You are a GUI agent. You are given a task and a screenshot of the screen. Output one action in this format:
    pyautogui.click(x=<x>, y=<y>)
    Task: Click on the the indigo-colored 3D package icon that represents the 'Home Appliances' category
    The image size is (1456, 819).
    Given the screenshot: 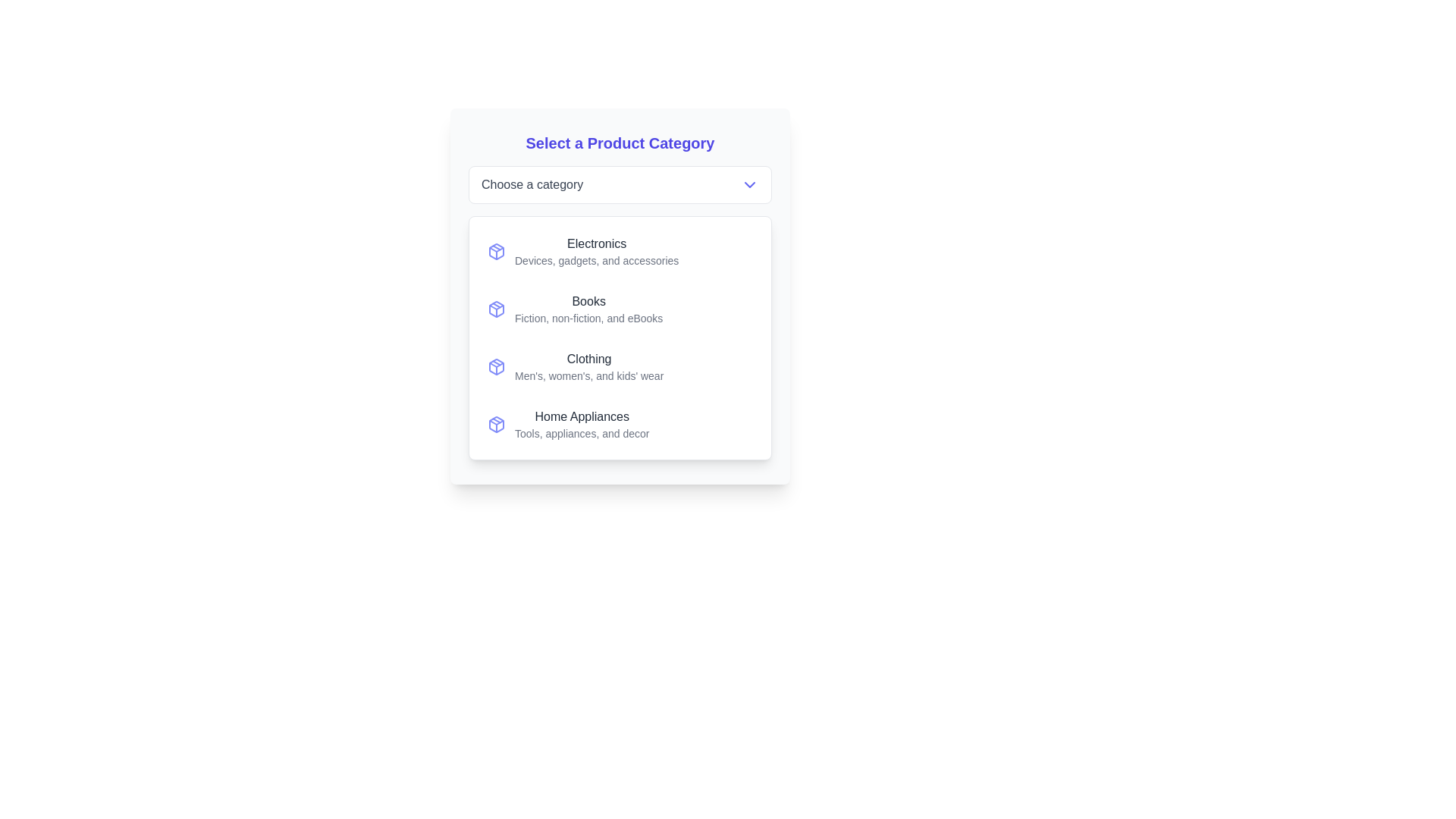 What is the action you would take?
    pyautogui.click(x=496, y=424)
    